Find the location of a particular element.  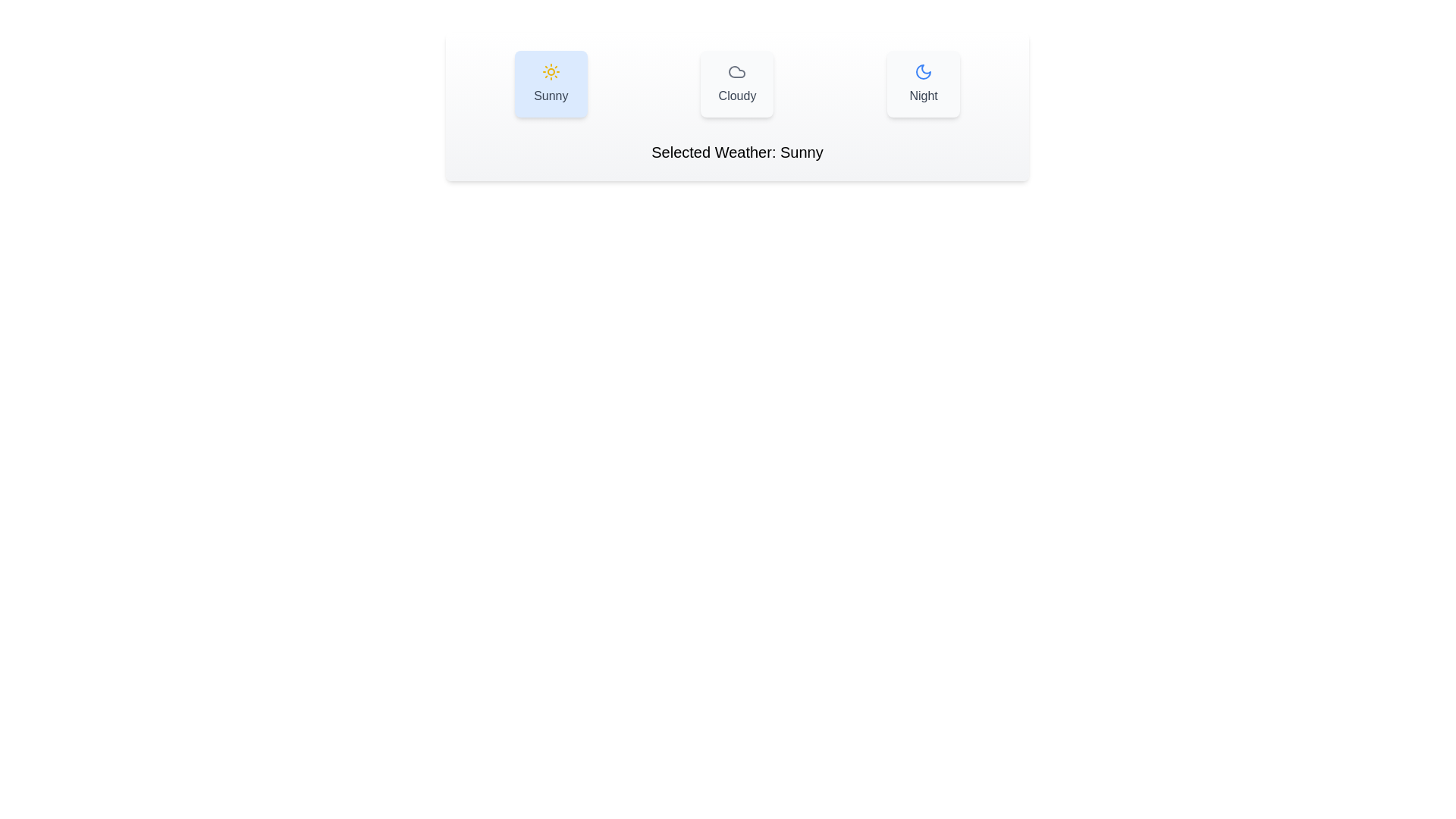

the weather option Sunny by clicking on the corresponding button is located at coordinates (550, 84).